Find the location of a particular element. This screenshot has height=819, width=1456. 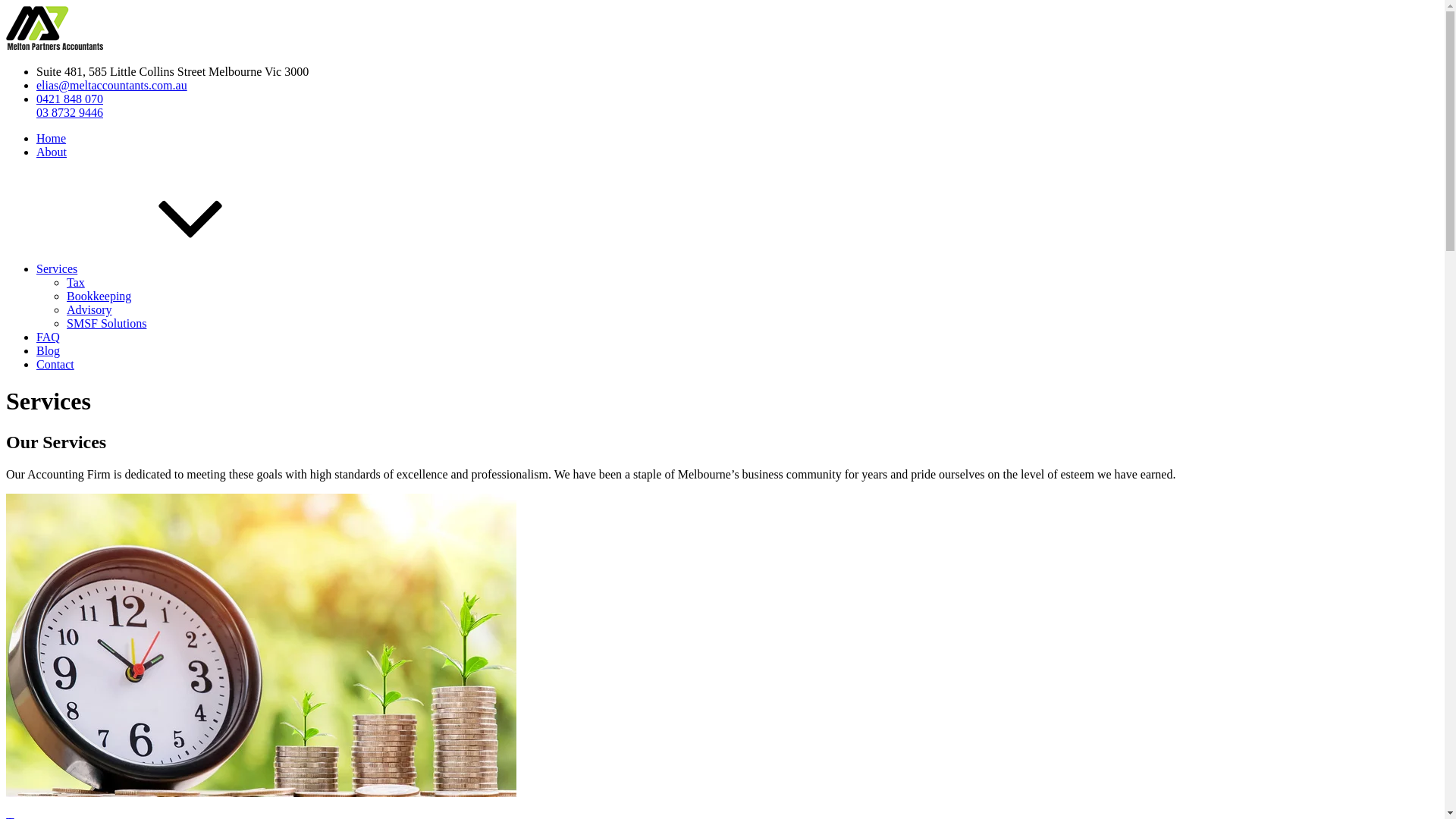

'Advisory' is located at coordinates (89, 309).